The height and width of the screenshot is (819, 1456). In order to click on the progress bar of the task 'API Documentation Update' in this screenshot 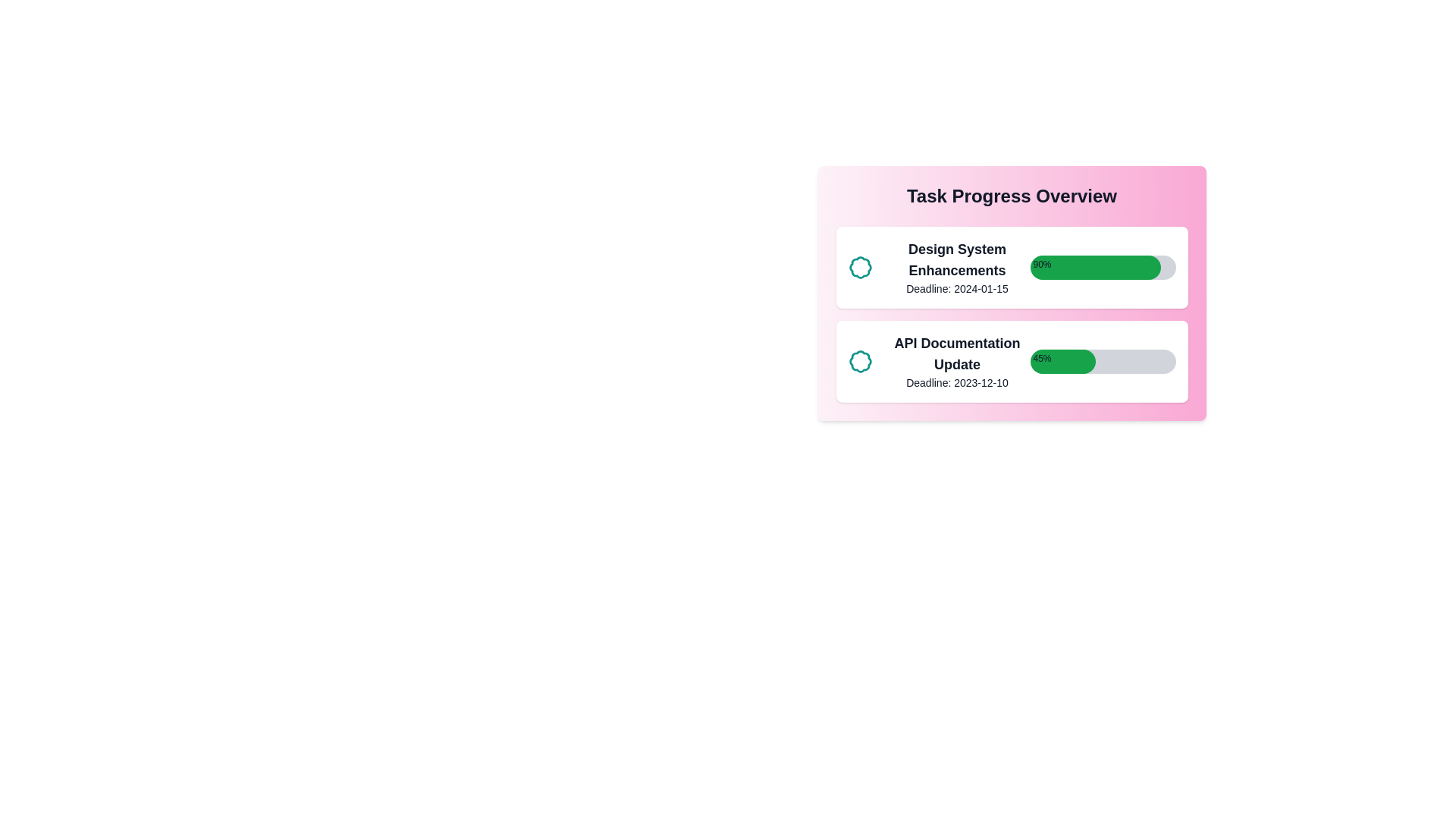, I will do `click(1103, 362)`.